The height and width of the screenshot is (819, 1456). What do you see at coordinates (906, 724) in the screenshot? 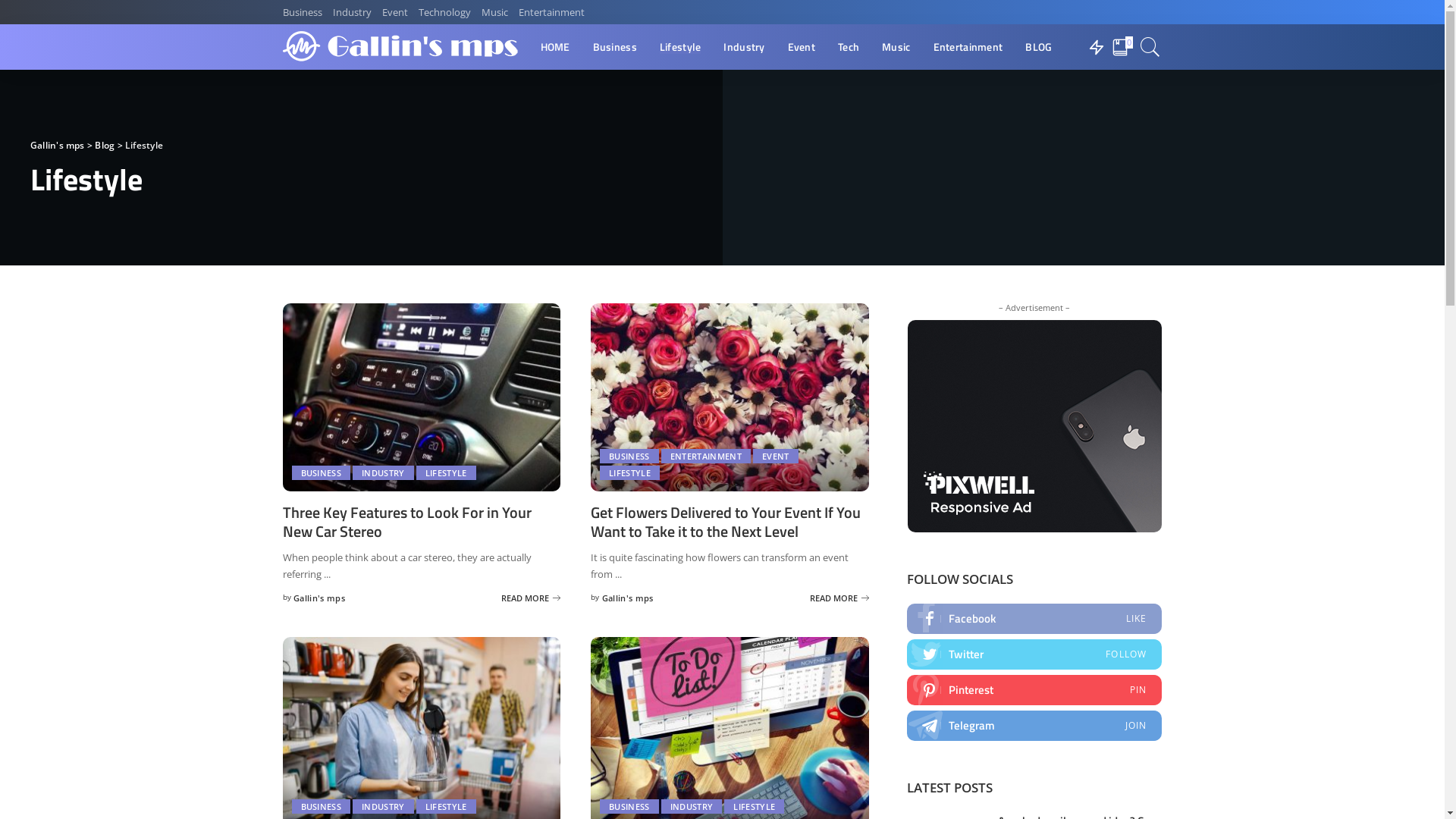
I see `'Telegram'` at bounding box center [906, 724].